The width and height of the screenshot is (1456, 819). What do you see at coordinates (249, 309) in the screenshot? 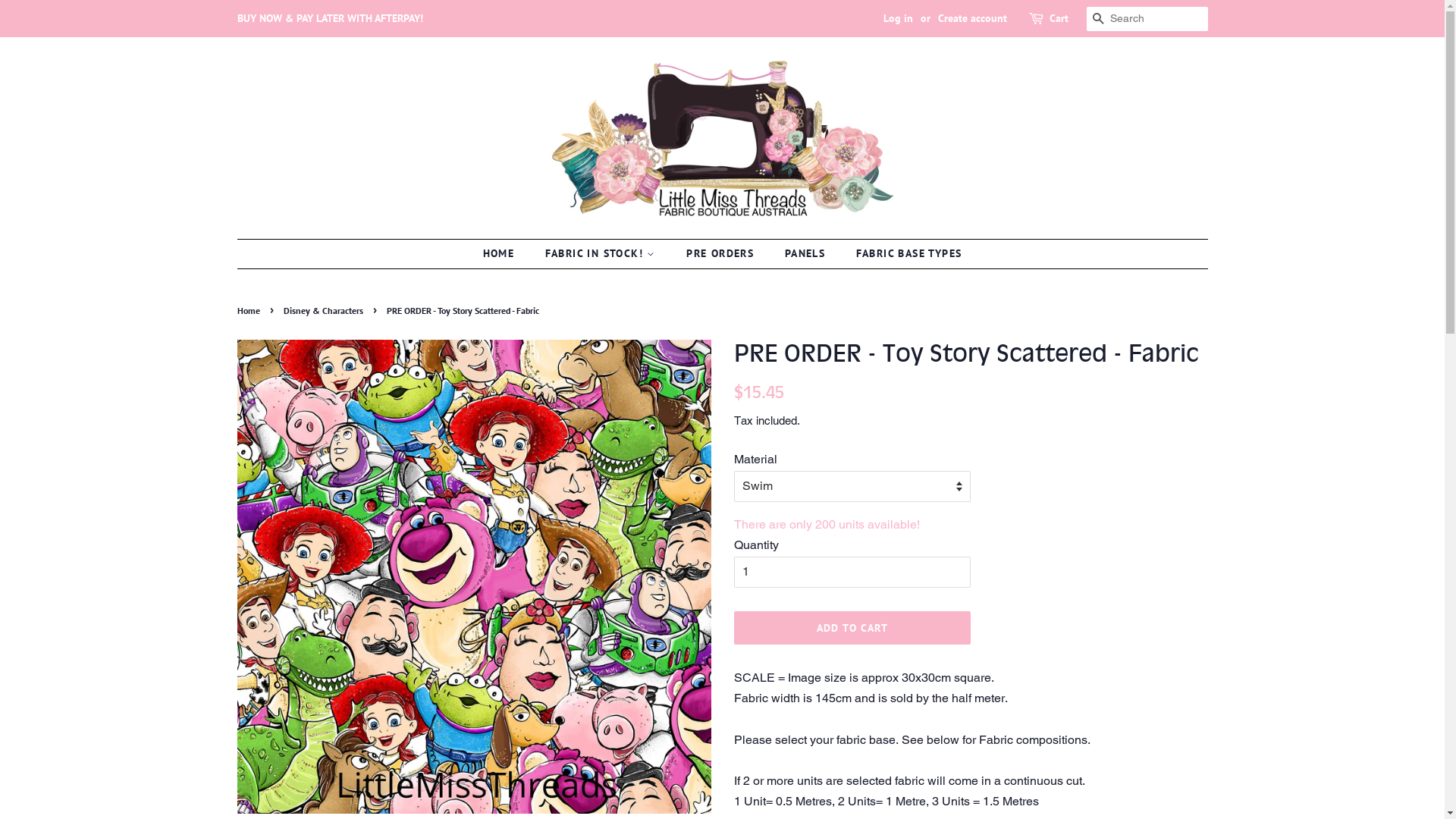
I see `'Home'` at bounding box center [249, 309].